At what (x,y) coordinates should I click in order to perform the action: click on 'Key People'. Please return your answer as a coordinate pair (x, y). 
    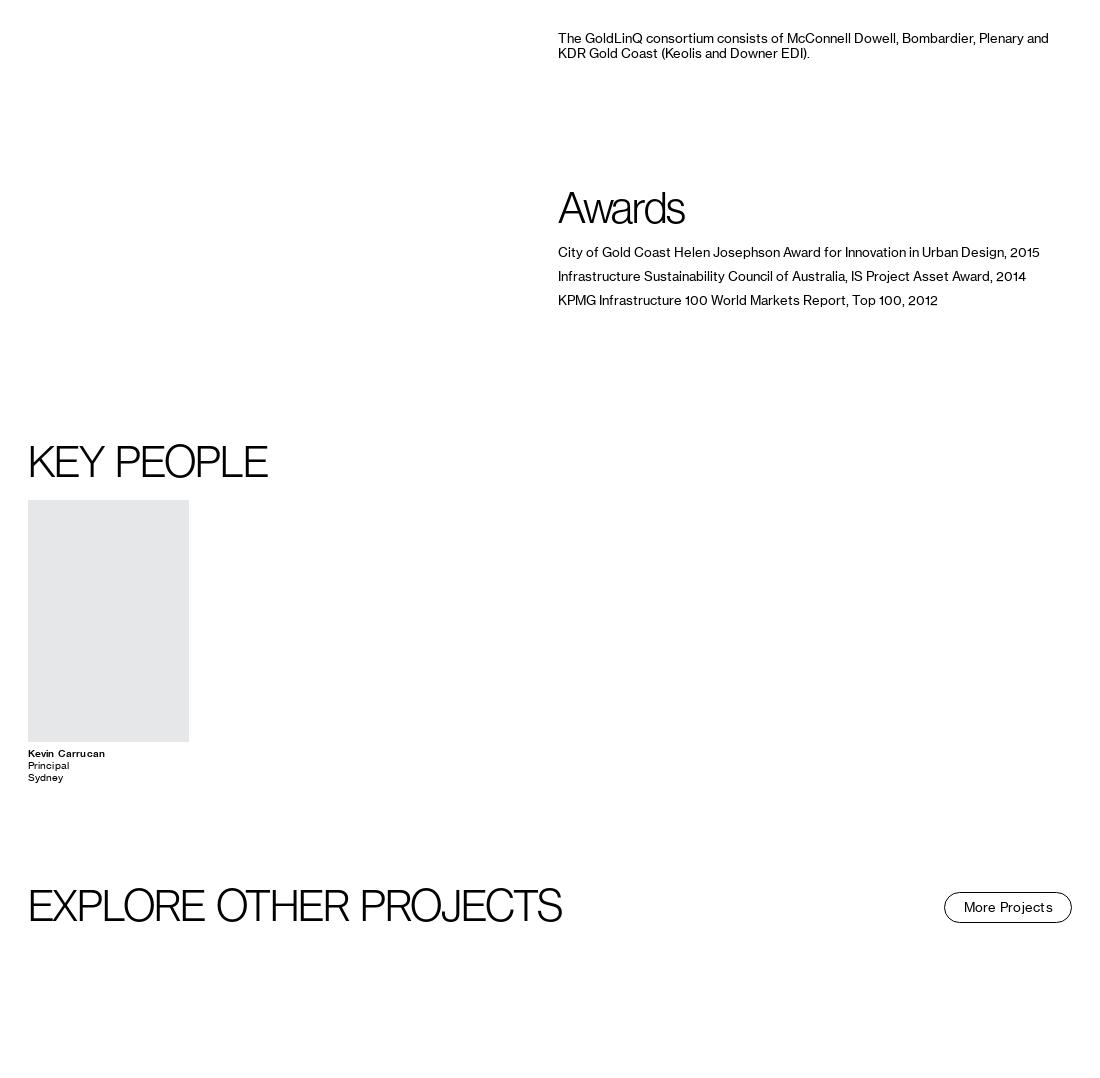
    Looking at the image, I should click on (145, 461).